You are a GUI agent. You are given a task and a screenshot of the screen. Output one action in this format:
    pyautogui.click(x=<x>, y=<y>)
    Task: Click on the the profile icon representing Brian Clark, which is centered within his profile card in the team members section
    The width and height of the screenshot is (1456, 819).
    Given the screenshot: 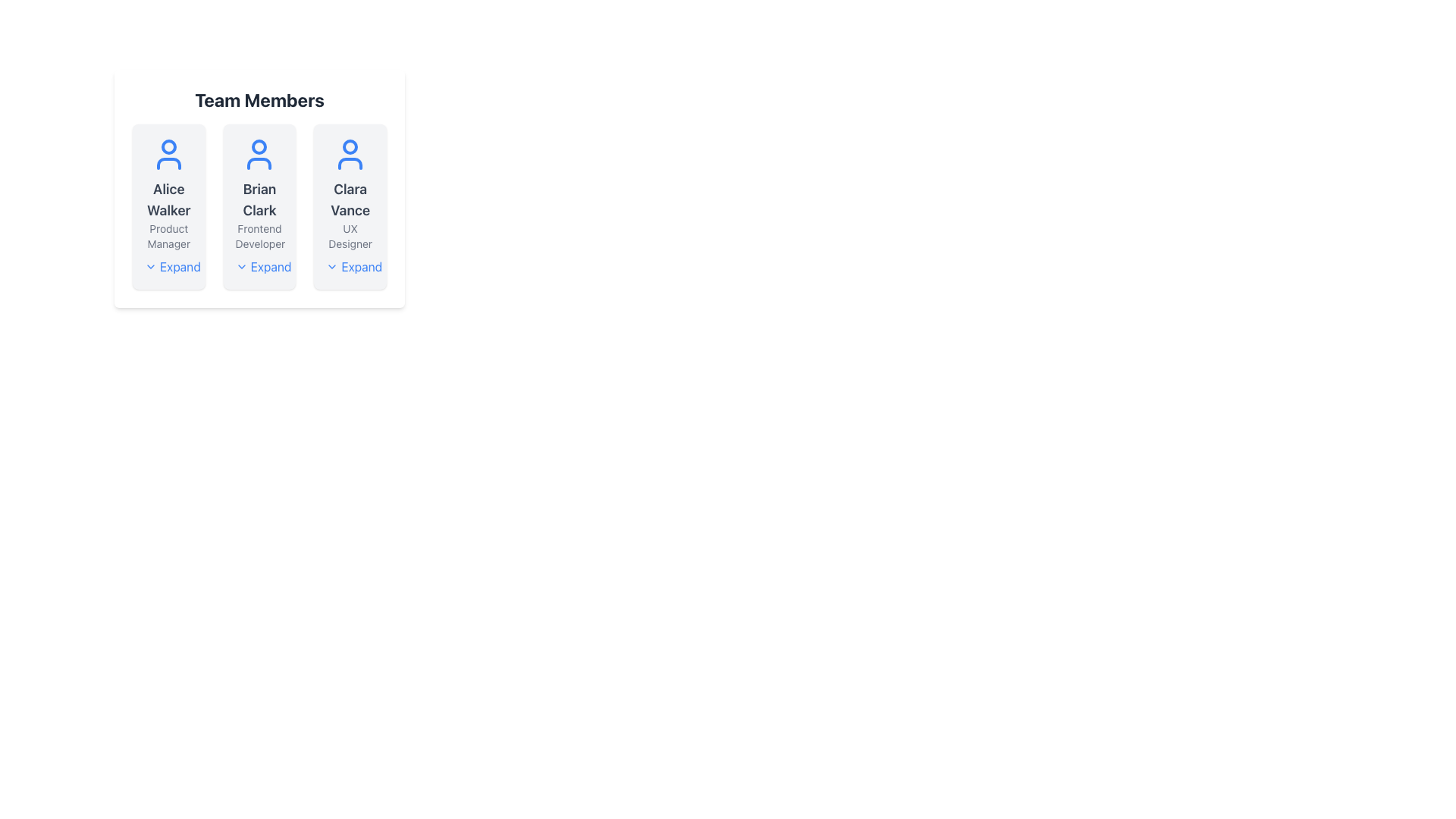 What is the action you would take?
    pyautogui.click(x=259, y=155)
    